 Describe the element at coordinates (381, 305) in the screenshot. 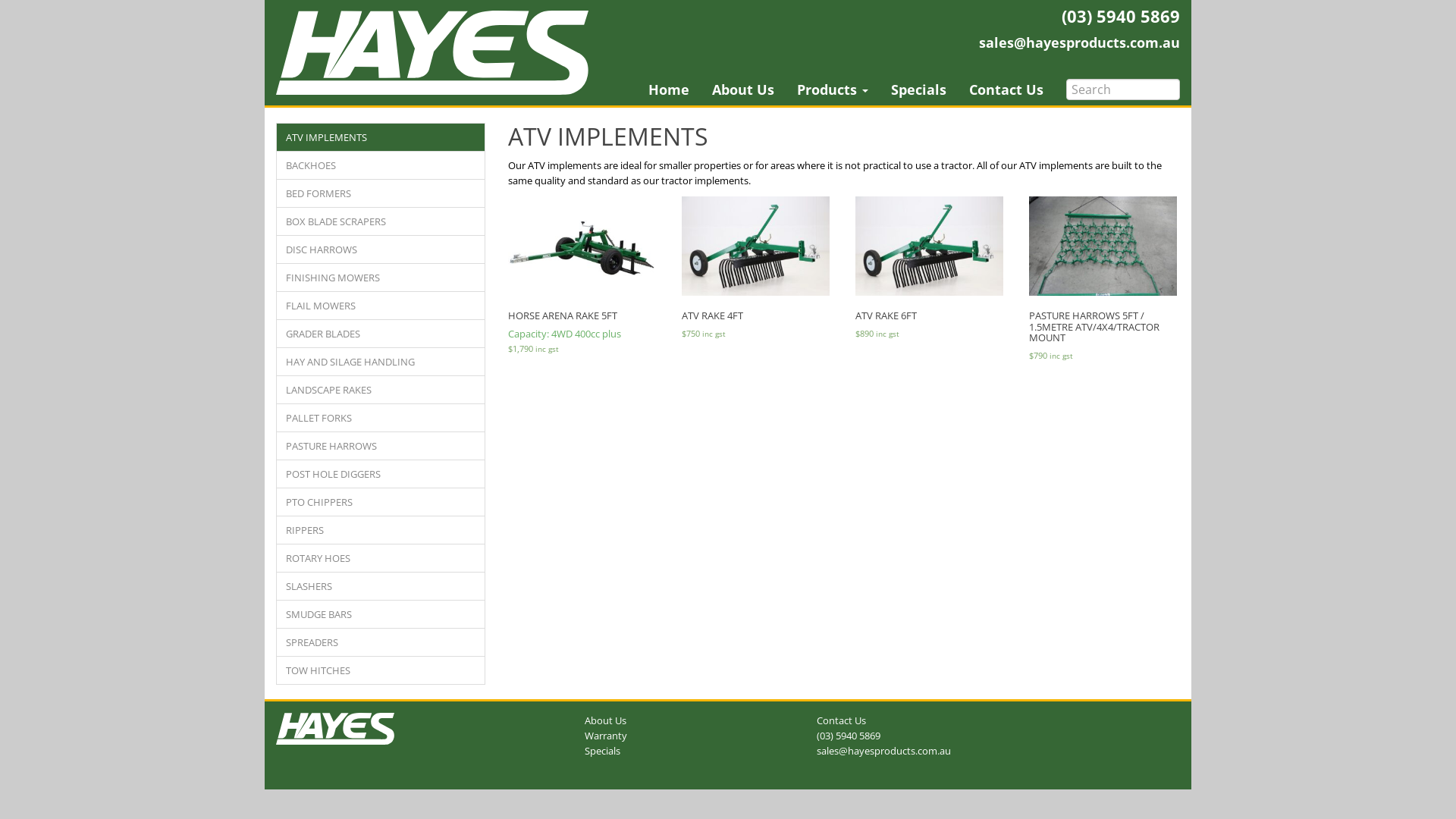

I see `'FLAIL MOWERS'` at that location.